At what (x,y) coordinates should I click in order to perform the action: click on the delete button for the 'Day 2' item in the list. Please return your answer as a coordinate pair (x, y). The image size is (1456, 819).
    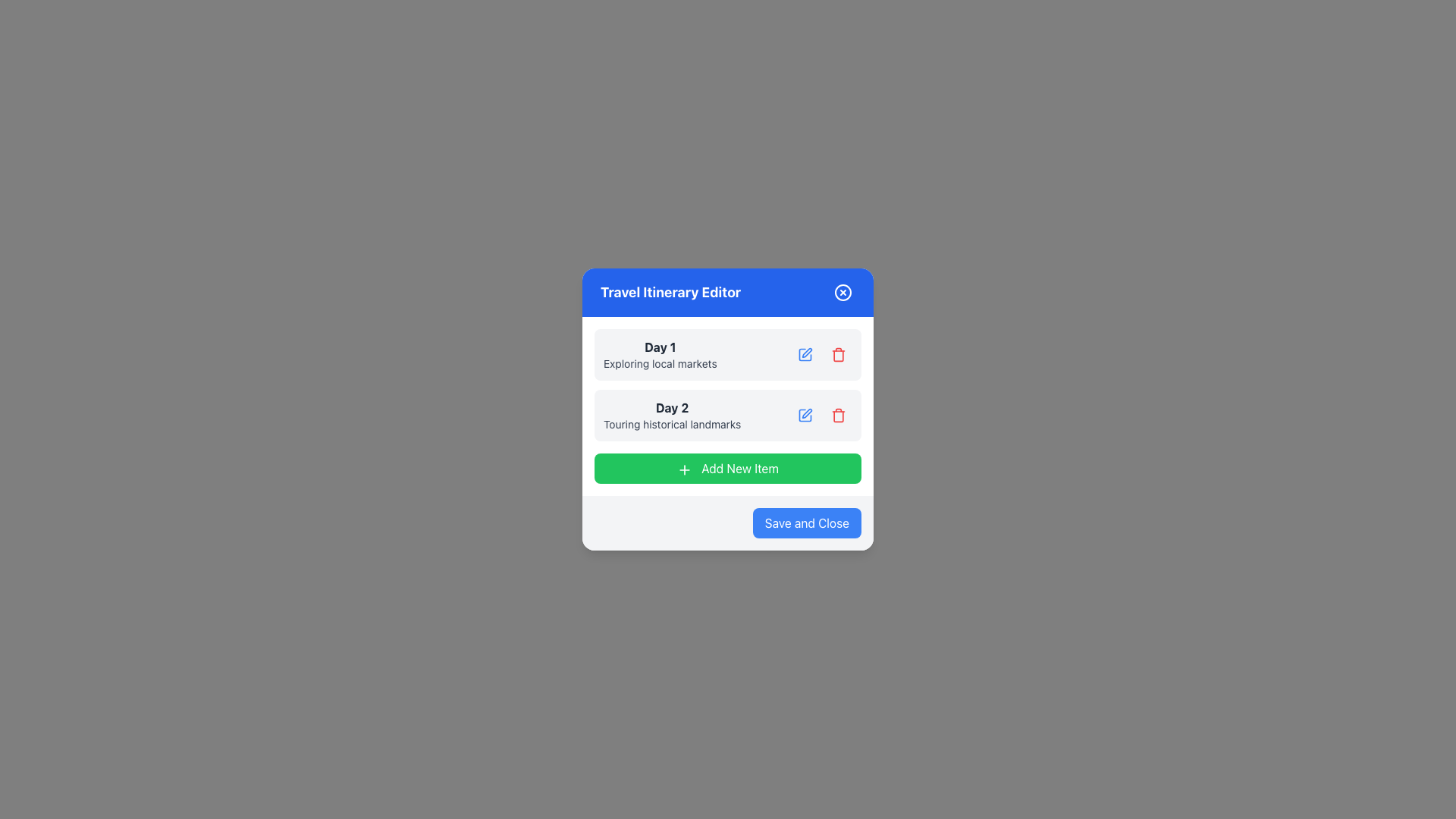
    Looking at the image, I should click on (837, 415).